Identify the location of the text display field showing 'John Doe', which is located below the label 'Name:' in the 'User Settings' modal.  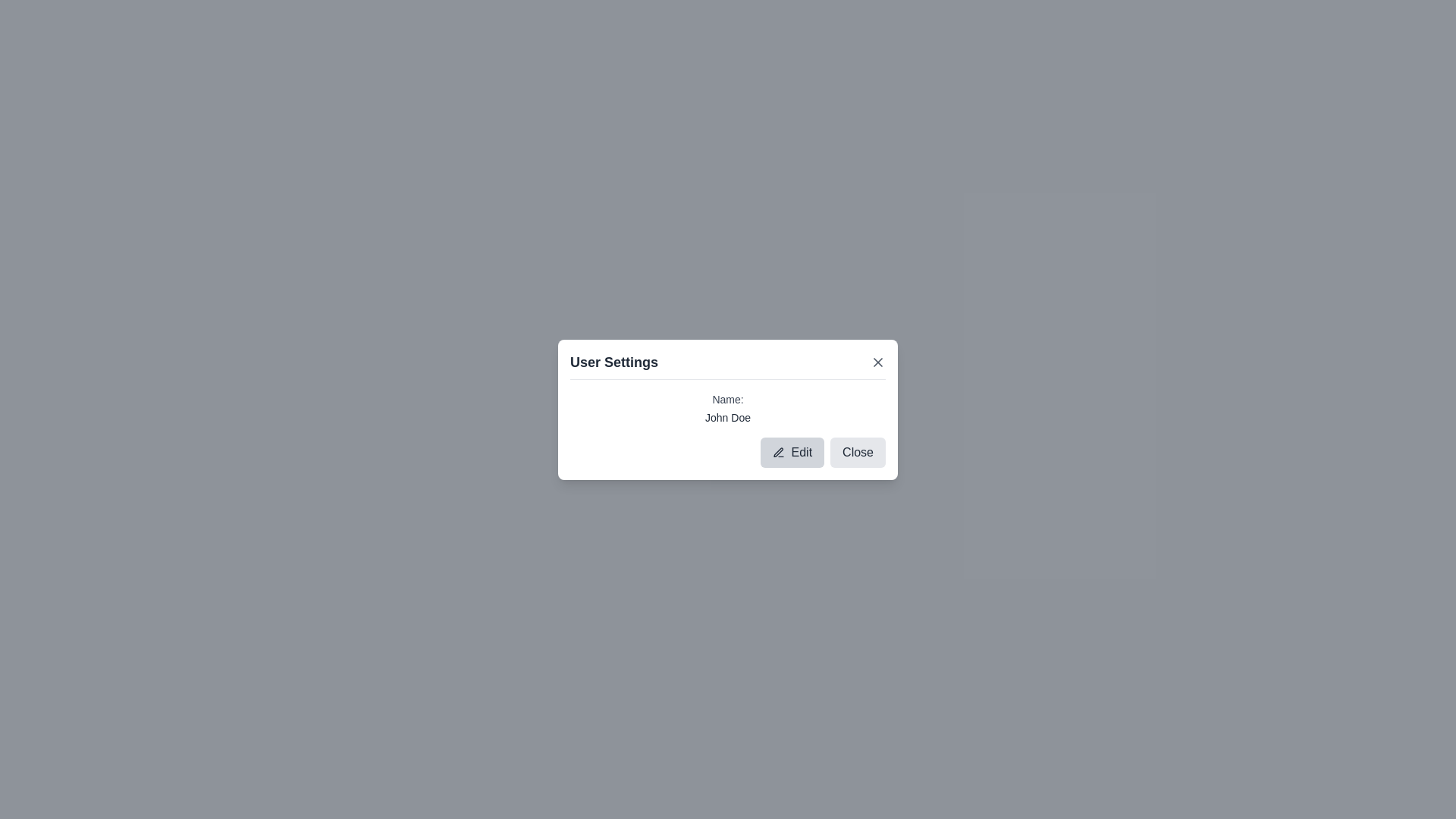
(728, 417).